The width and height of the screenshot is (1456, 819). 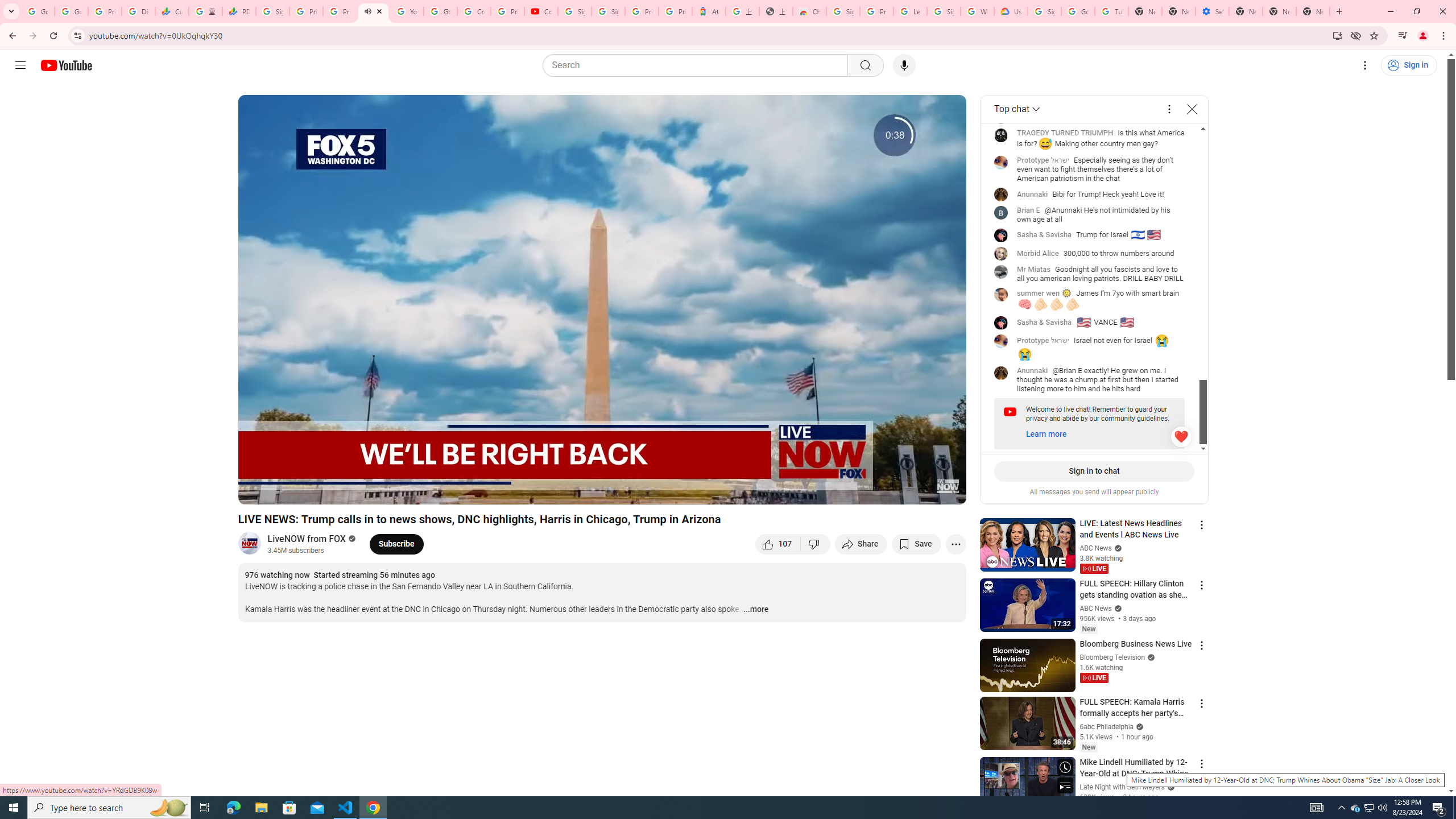 I want to click on 'More actions', so click(x=955, y=543).